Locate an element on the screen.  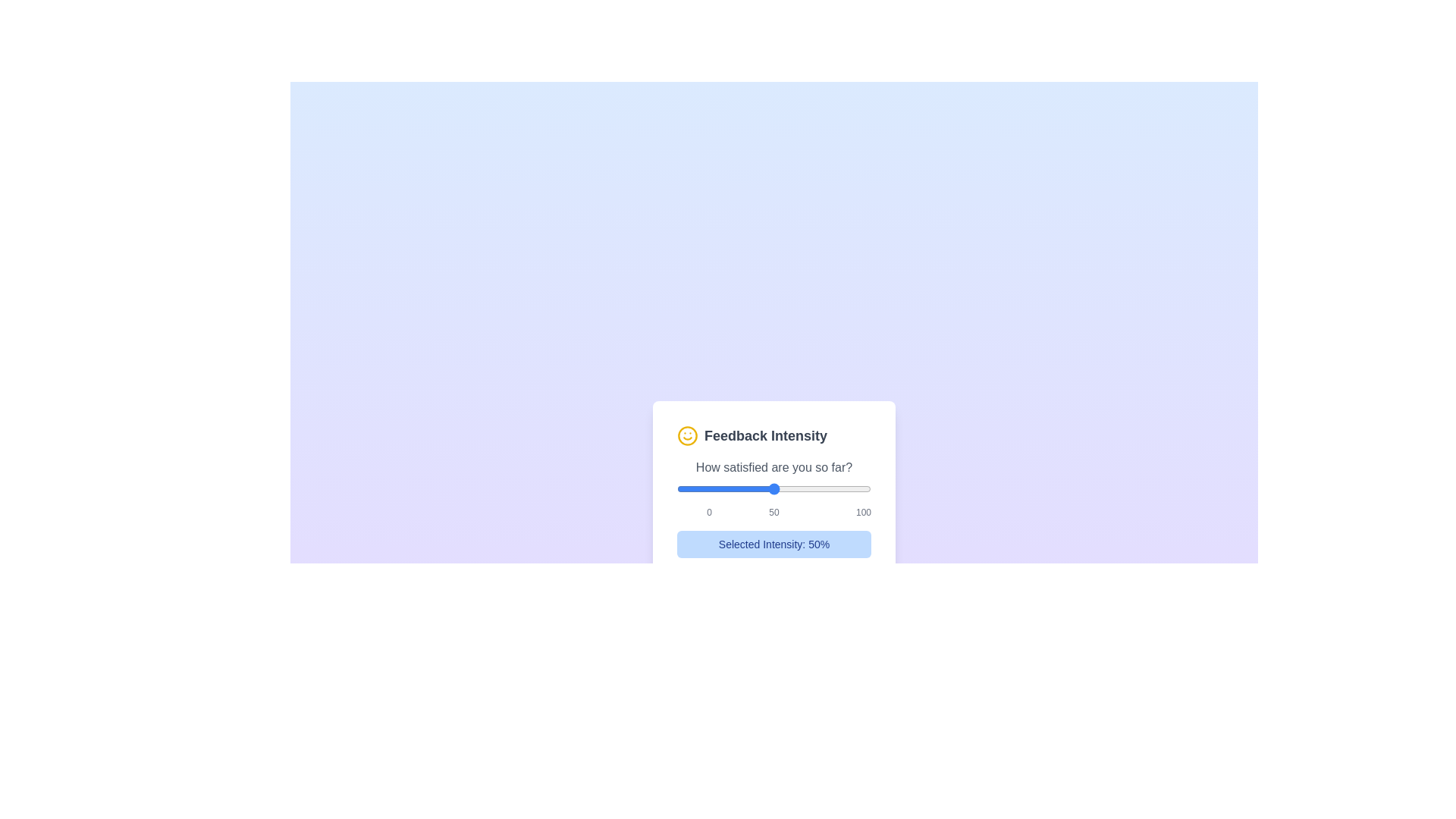
the slider to set the satisfaction value to 67 is located at coordinates (806, 488).